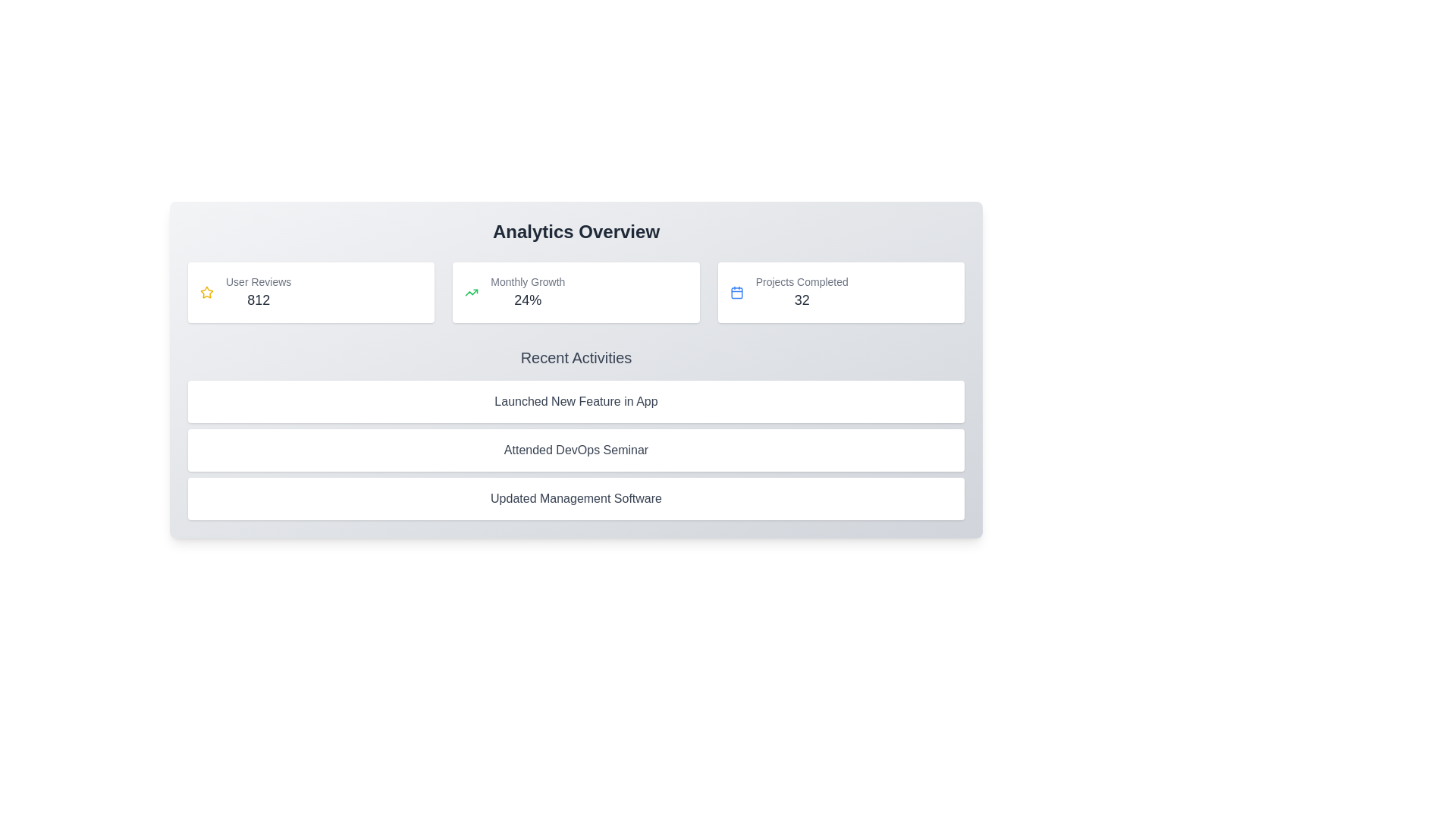 Image resolution: width=1456 pixels, height=819 pixels. Describe the element at coordinates (206, 292) in the screenshot. I see `the star icon representing user ratings within the 'User Reviews' card, which is located in the top-left section of the interface` at that location.